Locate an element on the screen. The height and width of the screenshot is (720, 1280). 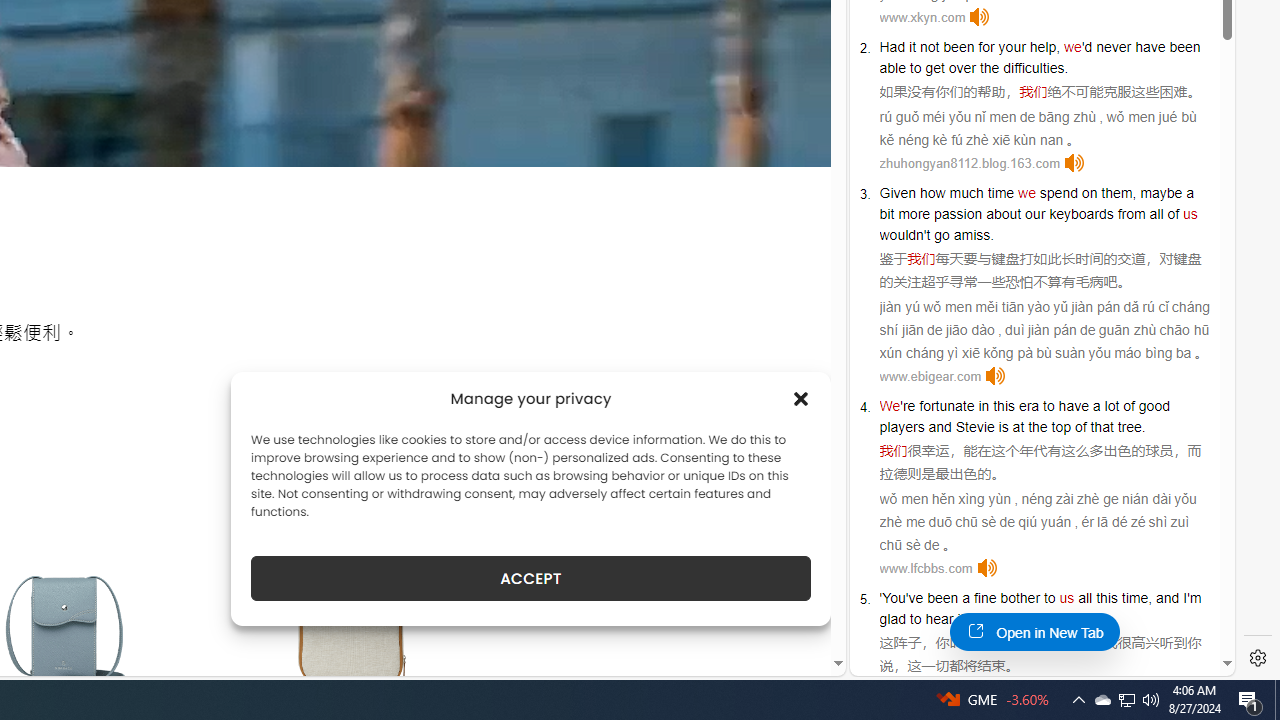
'all' is located at coordinates (1084, 596).